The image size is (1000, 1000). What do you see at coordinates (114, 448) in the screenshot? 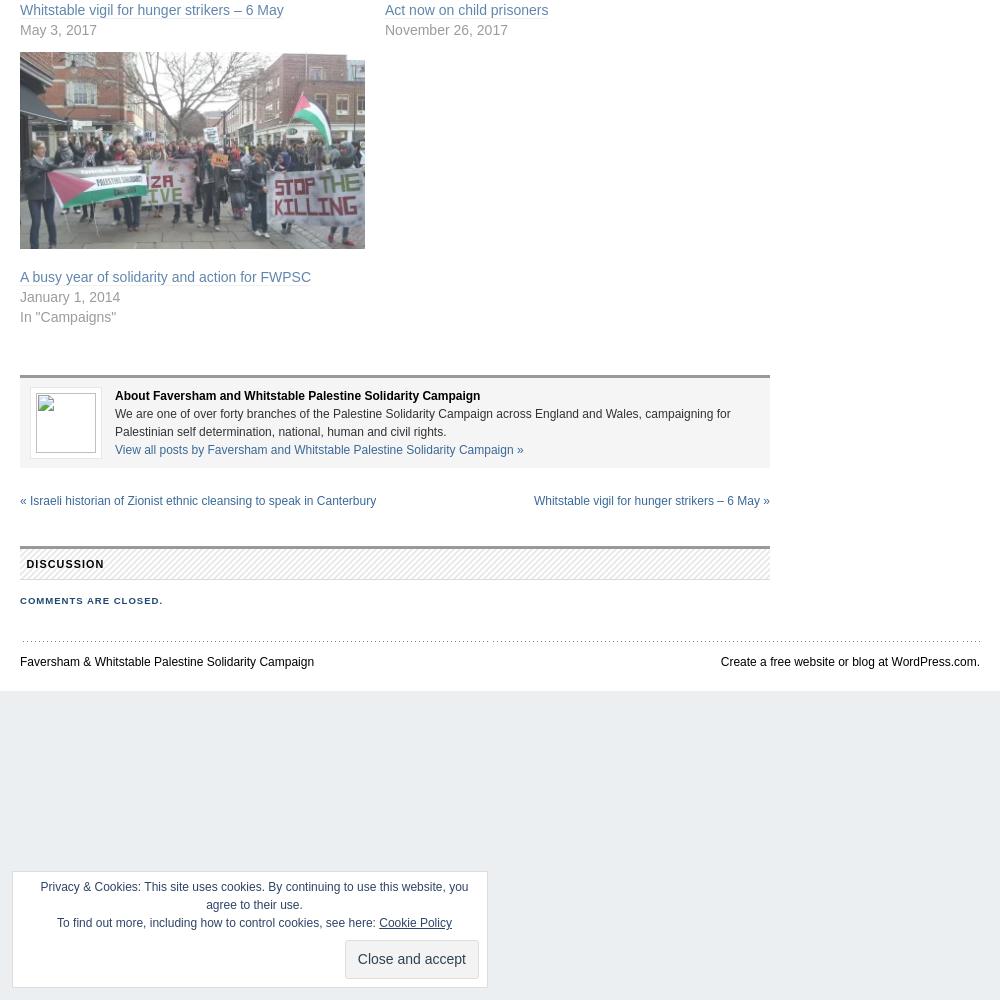
I see `'View all posts by Faversham and Whitstable Palestine Solidarity Campaign'` at bounding box center [114, 448].